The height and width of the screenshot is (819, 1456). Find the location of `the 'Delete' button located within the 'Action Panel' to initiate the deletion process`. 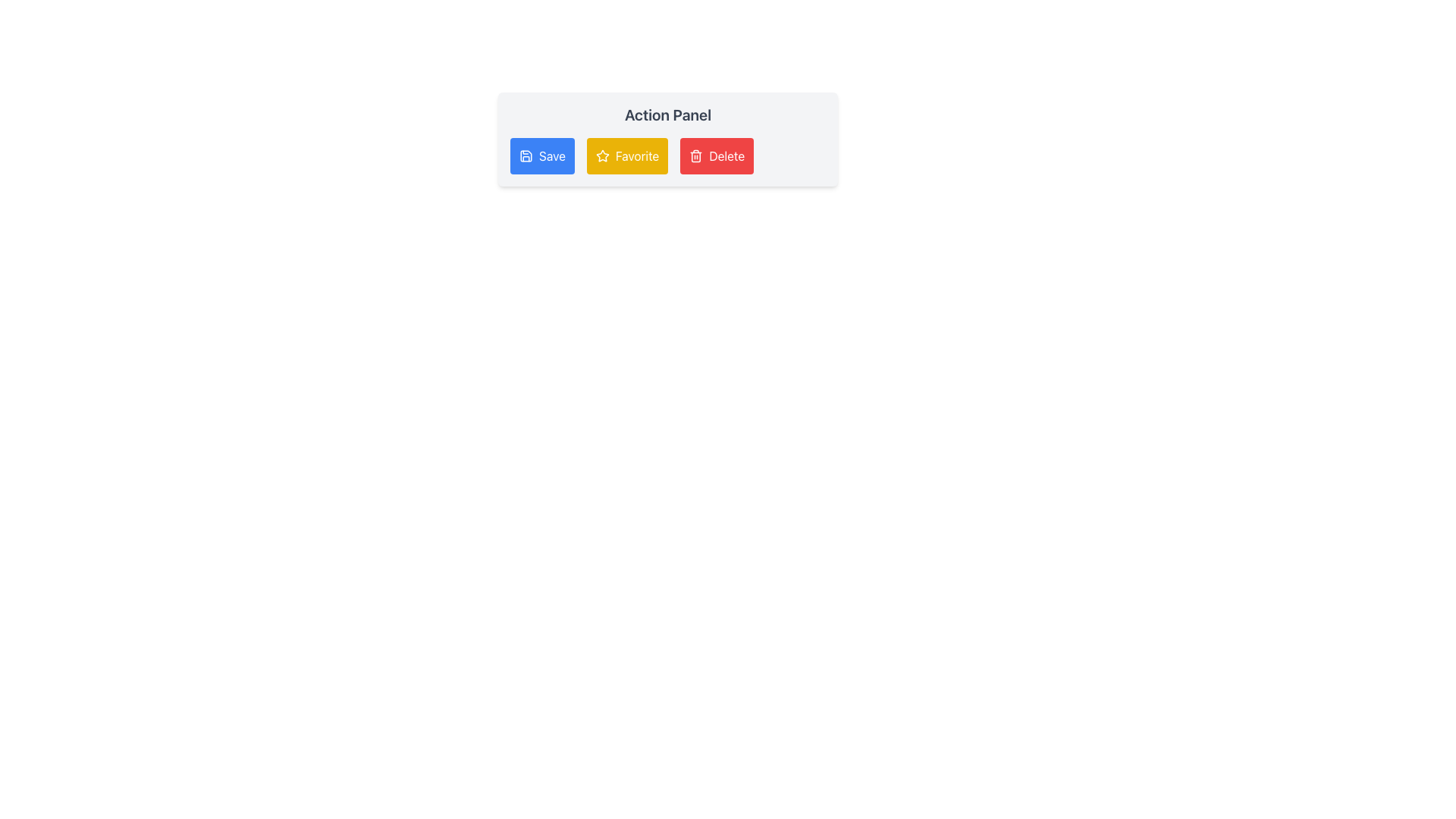

the 'Delete' button located within the 'Action Panel' to initiate the deletion process is located at coordinates (716, 155).